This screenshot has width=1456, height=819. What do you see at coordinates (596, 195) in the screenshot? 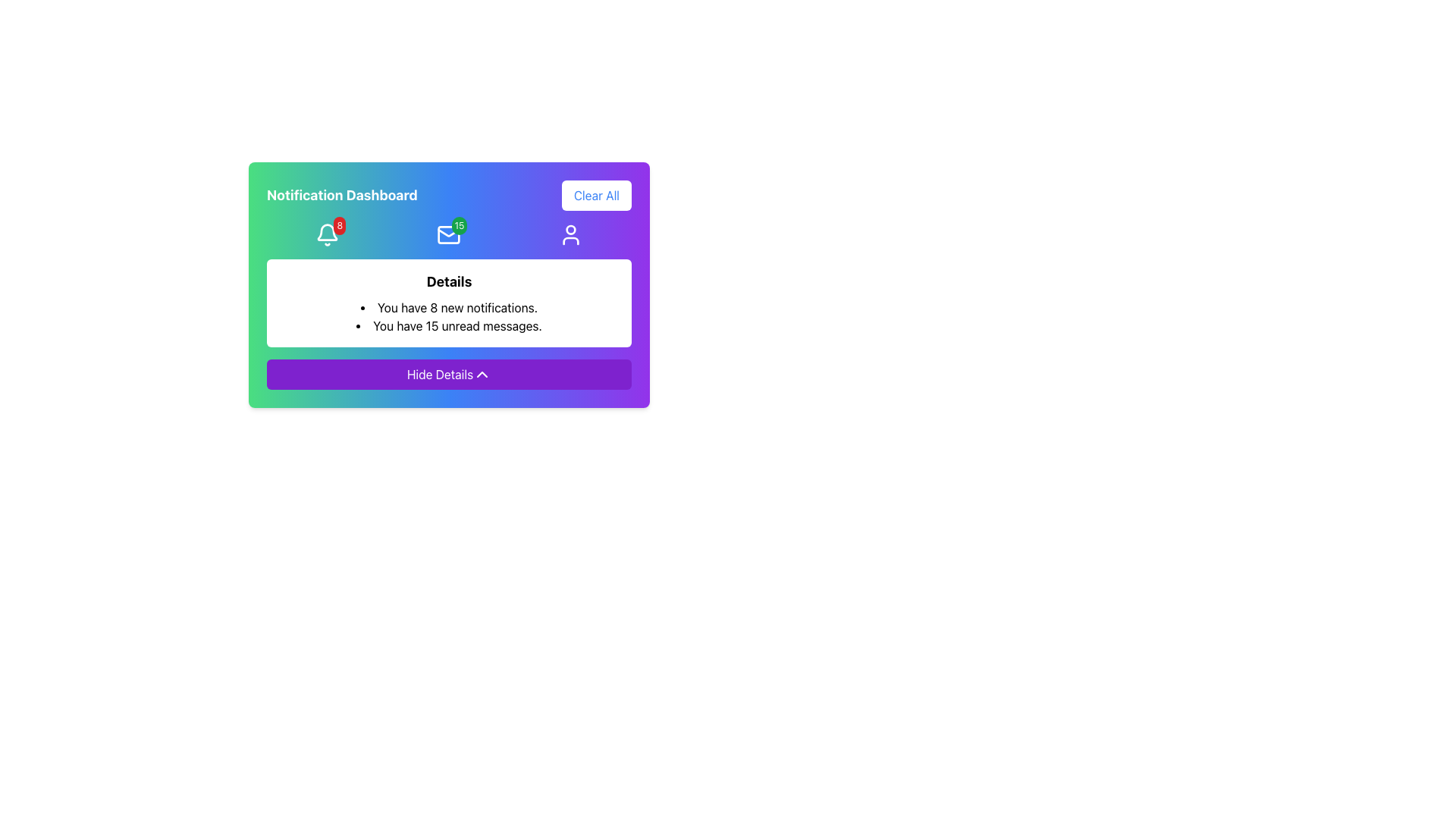
I see `the button on the right side of the 'Notification Dashboard' to clear all notifications` at bounding box center [596, 195].